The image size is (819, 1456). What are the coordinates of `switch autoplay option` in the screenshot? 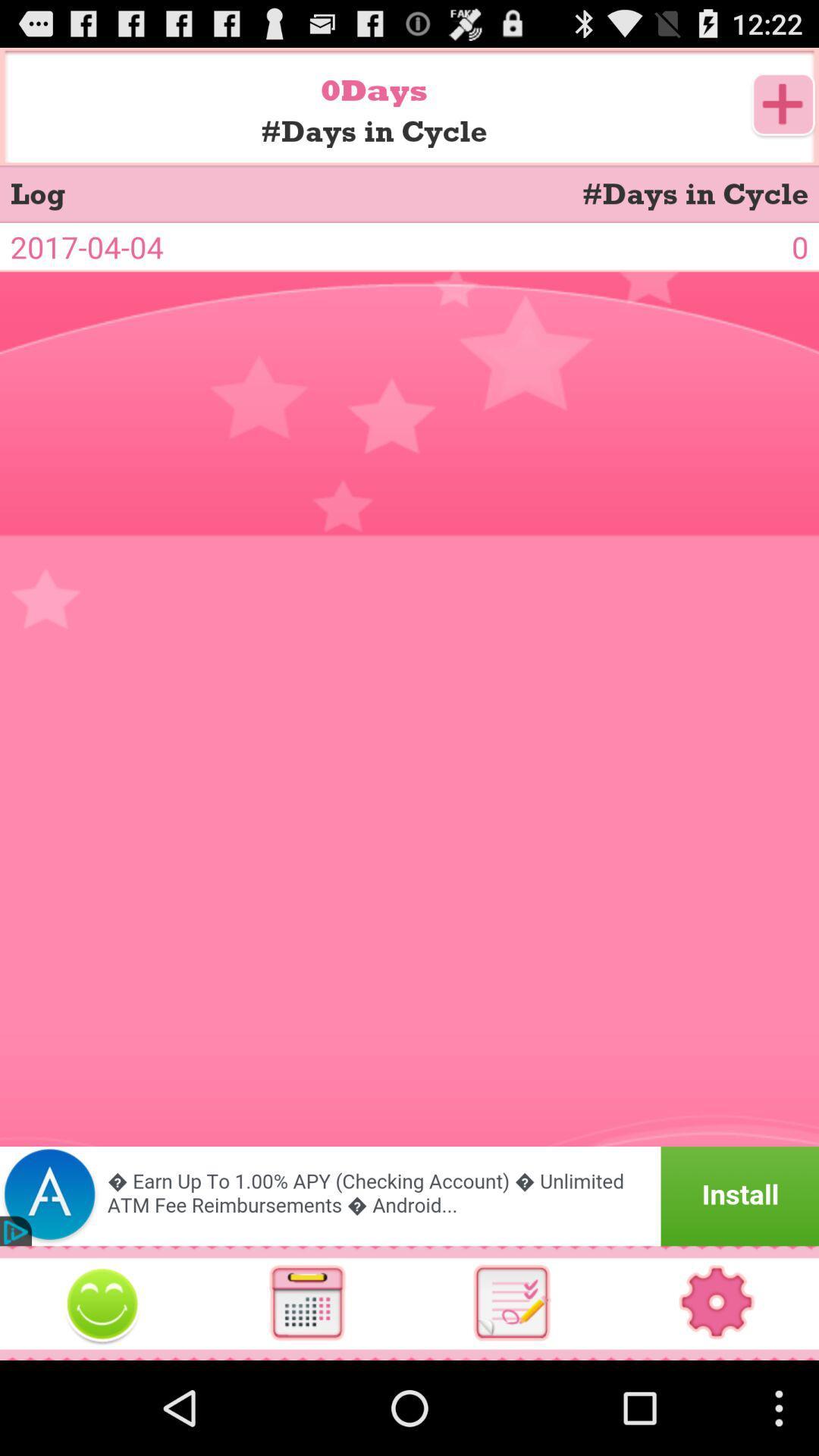 It's located at (717, 1302).